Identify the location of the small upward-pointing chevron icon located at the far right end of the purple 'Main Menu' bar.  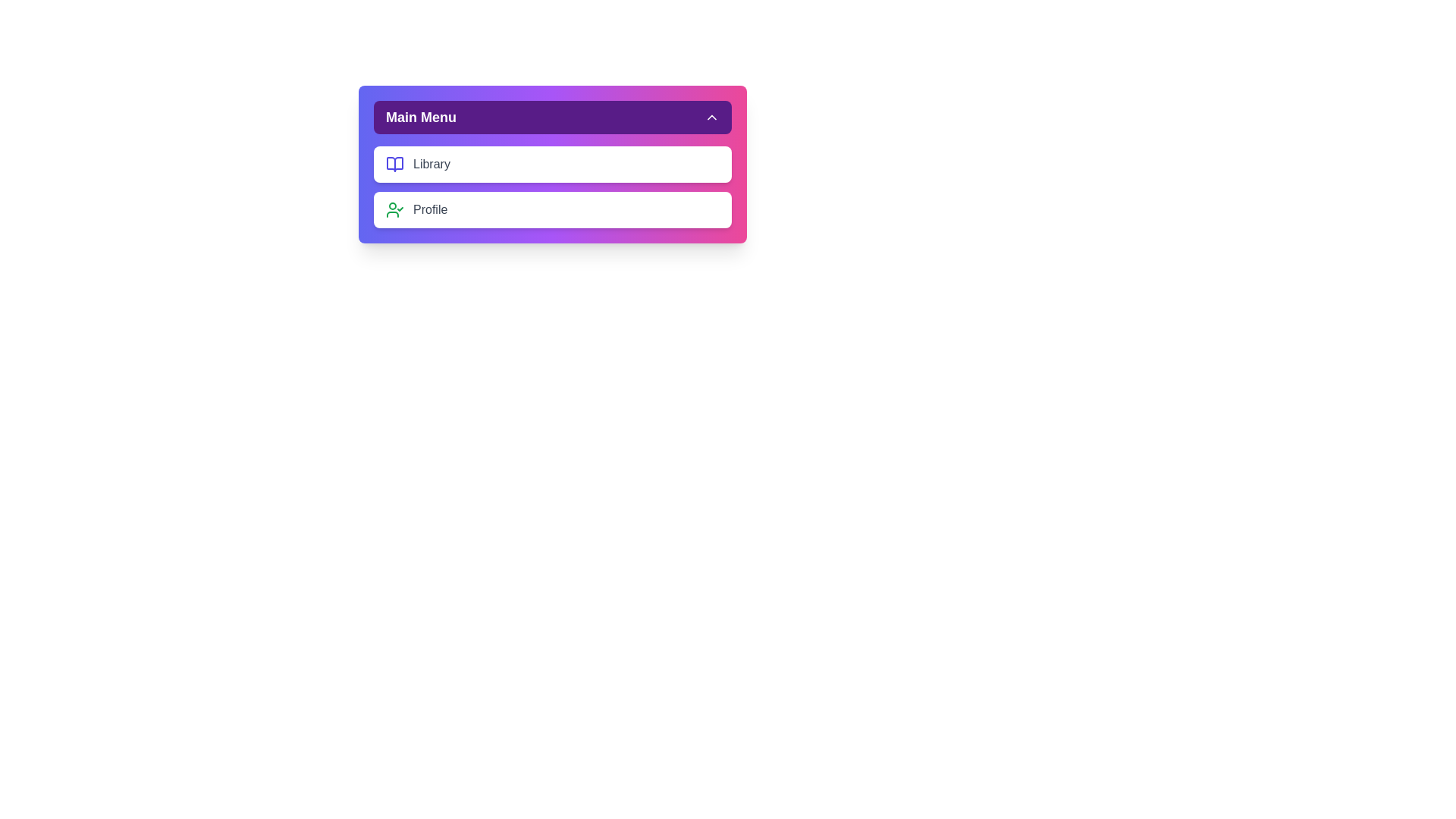
(711, 116).